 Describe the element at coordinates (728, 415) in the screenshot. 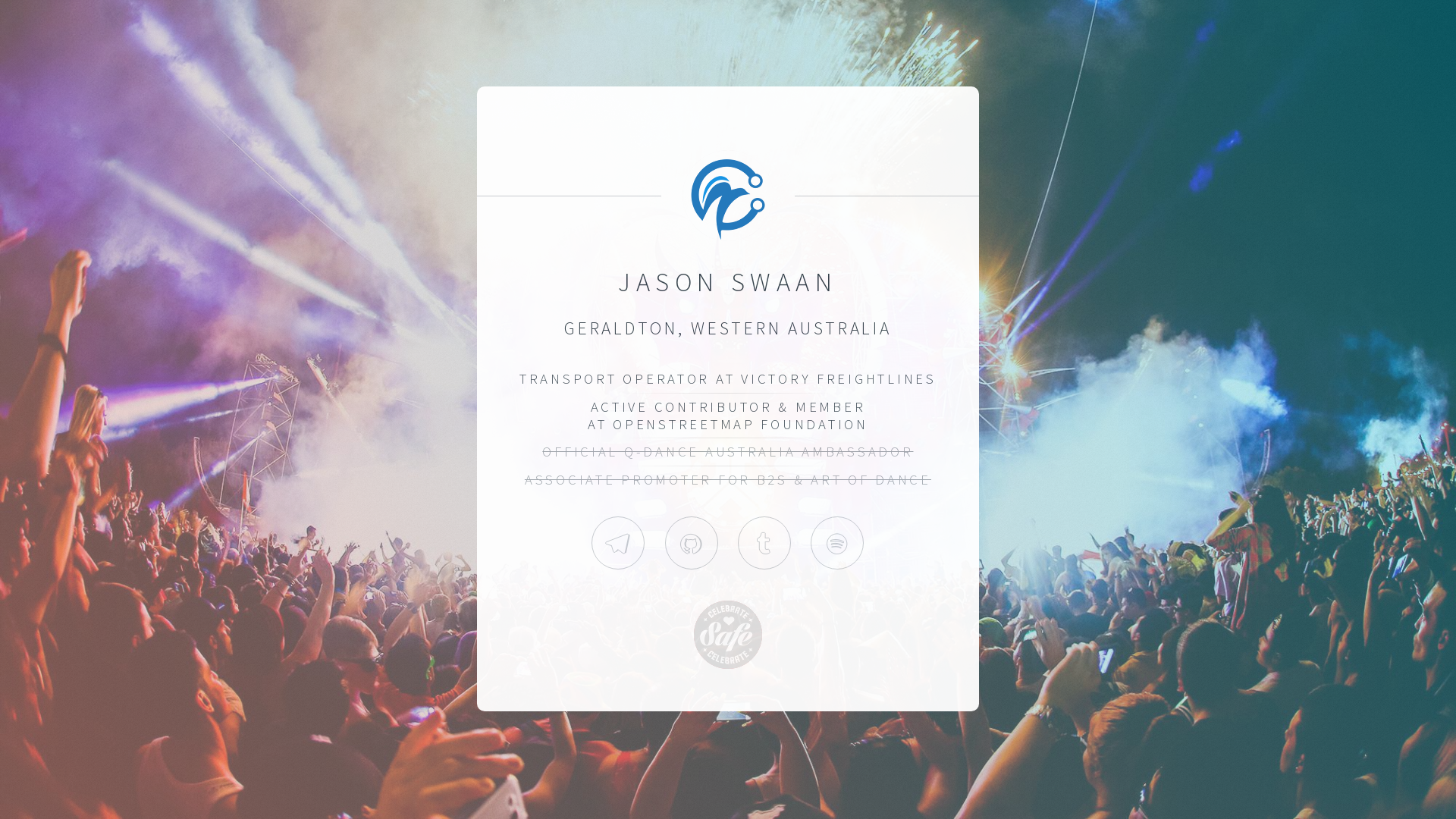

I see `'ACTIVE CONTRIBUTOR & MEMBER` at that location.